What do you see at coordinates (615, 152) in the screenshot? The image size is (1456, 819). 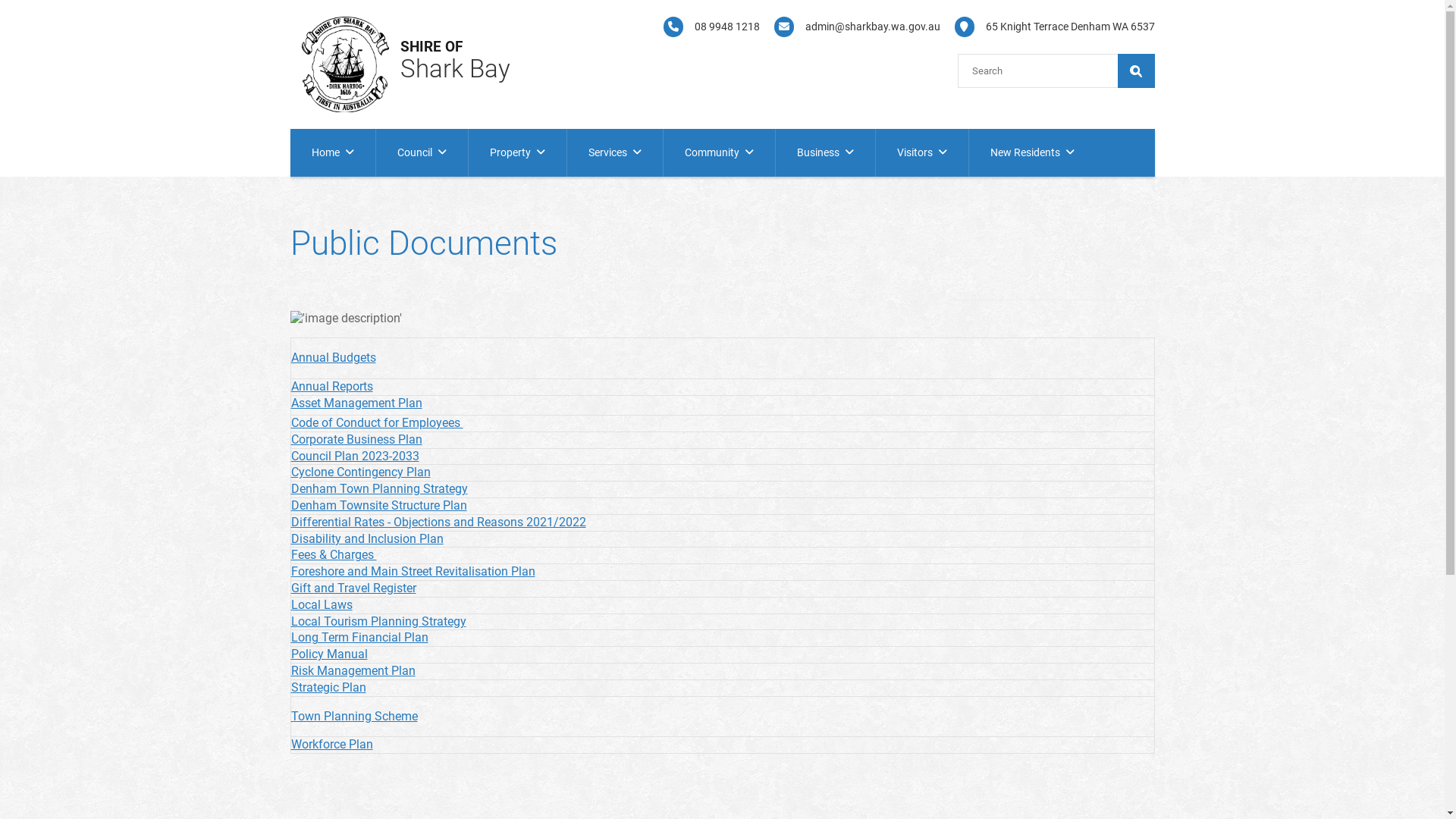 I see `'Services'` at bounding box center [615, 152].